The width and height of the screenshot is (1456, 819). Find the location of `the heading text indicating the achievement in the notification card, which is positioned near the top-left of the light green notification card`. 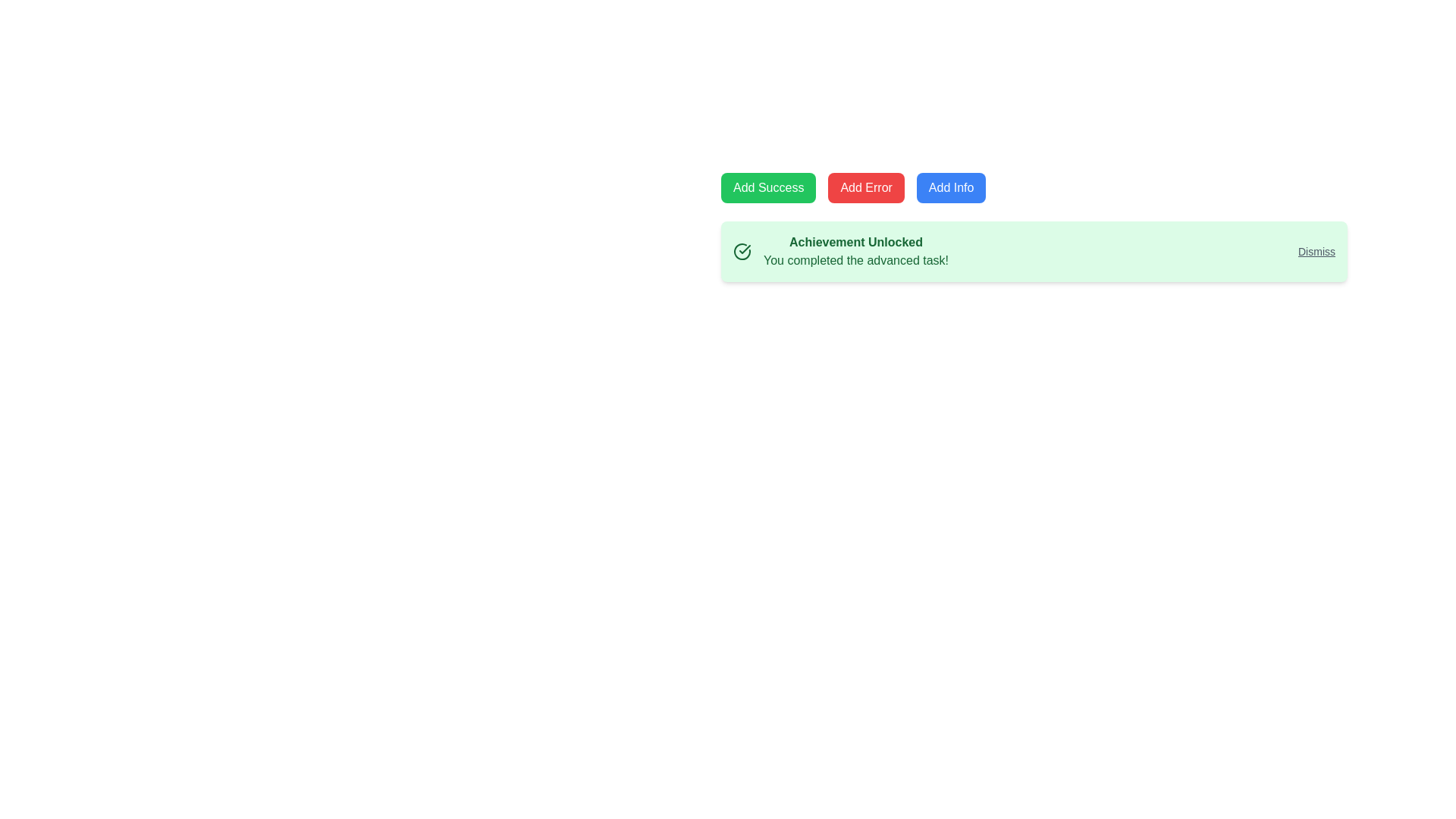

the heading text indicating the achievement in the notification card, which is positioned near the top-left of the light green notification card is located at coordinates (855, 242).